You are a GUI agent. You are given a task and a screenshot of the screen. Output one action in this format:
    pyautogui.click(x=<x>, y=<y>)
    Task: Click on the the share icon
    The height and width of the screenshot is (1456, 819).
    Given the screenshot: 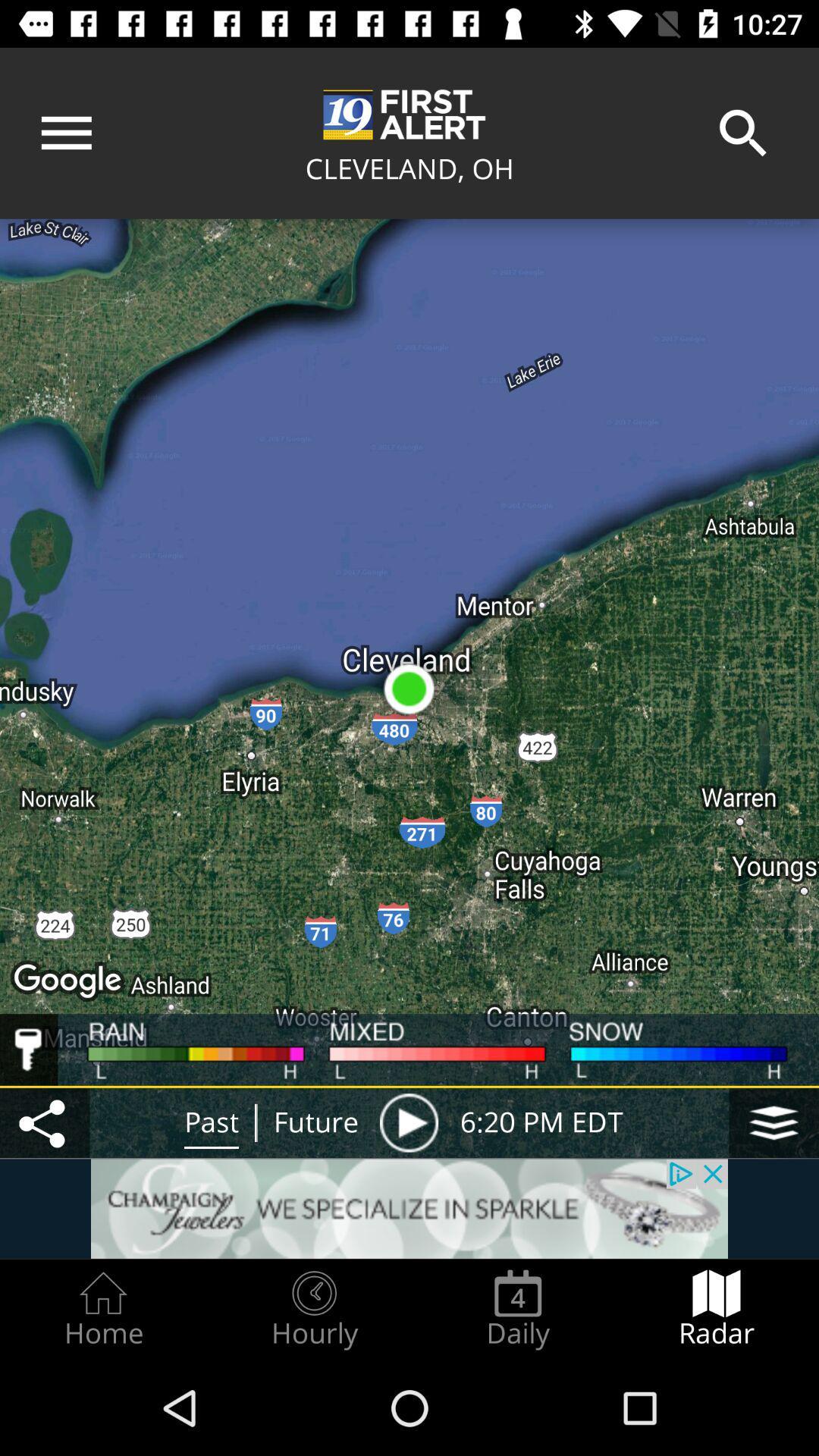 What is the action you would take?
    pyautogui.click(x=44, y=1122)
    